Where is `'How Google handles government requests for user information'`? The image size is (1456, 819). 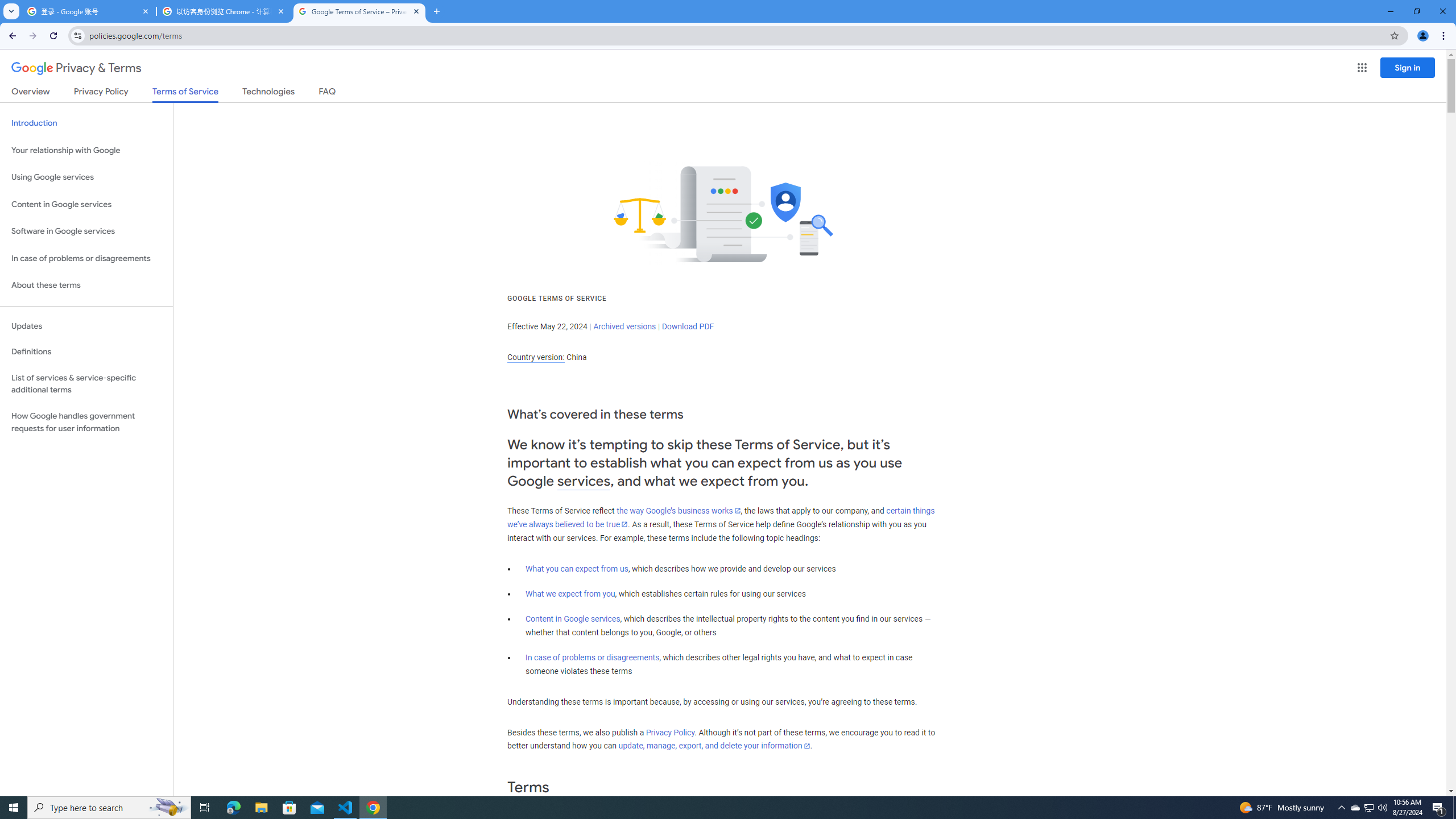 'How Google handles government requests for user information' is located at coordinates (86, 422).